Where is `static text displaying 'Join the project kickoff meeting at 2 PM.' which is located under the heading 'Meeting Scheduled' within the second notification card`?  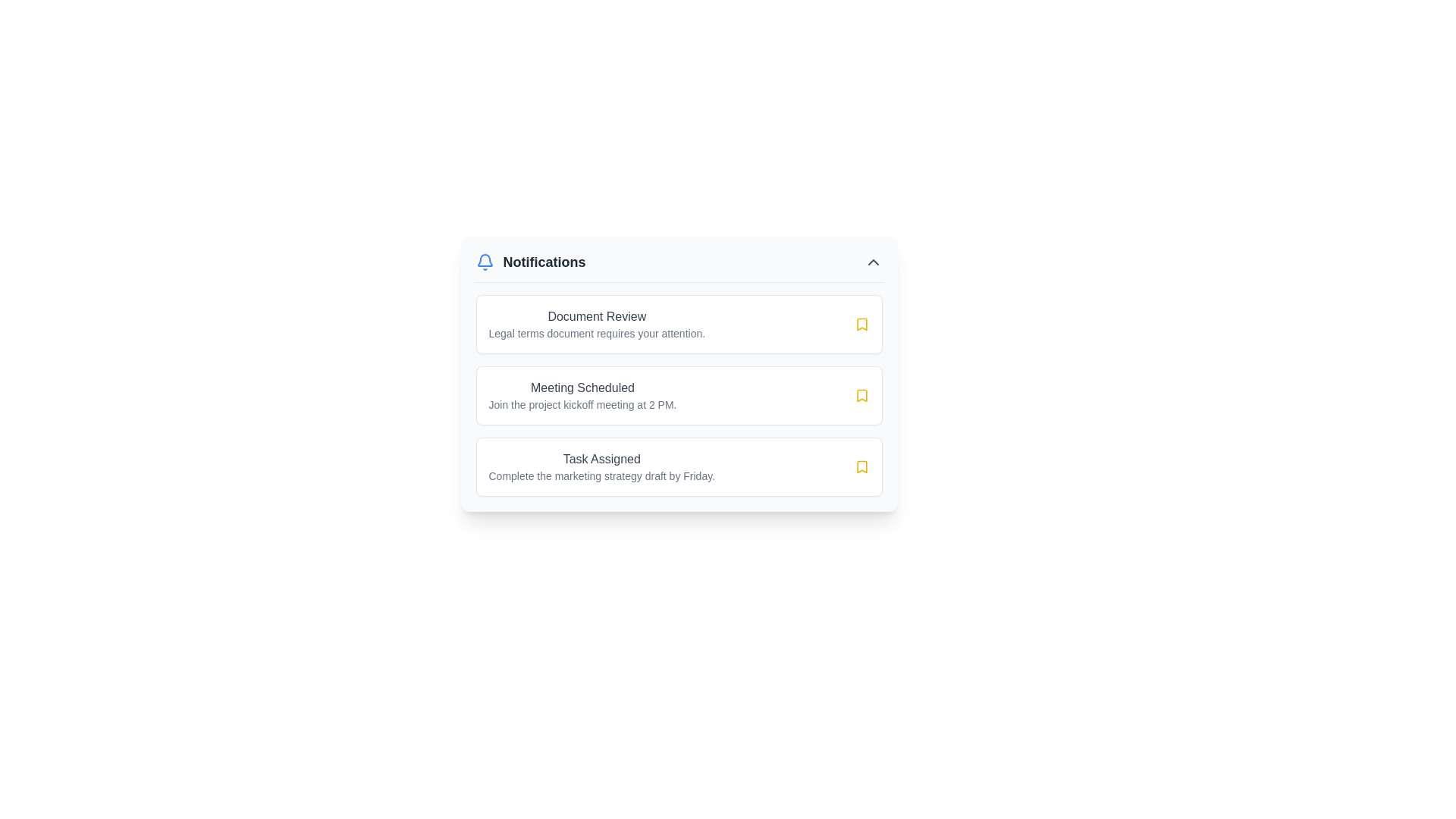 static text displaying 'Join the project kickoff meeting at 2 PM.' which is located under the heading 'Meeting Scheduled' within the second notification card is located at coordinates (582, 403).